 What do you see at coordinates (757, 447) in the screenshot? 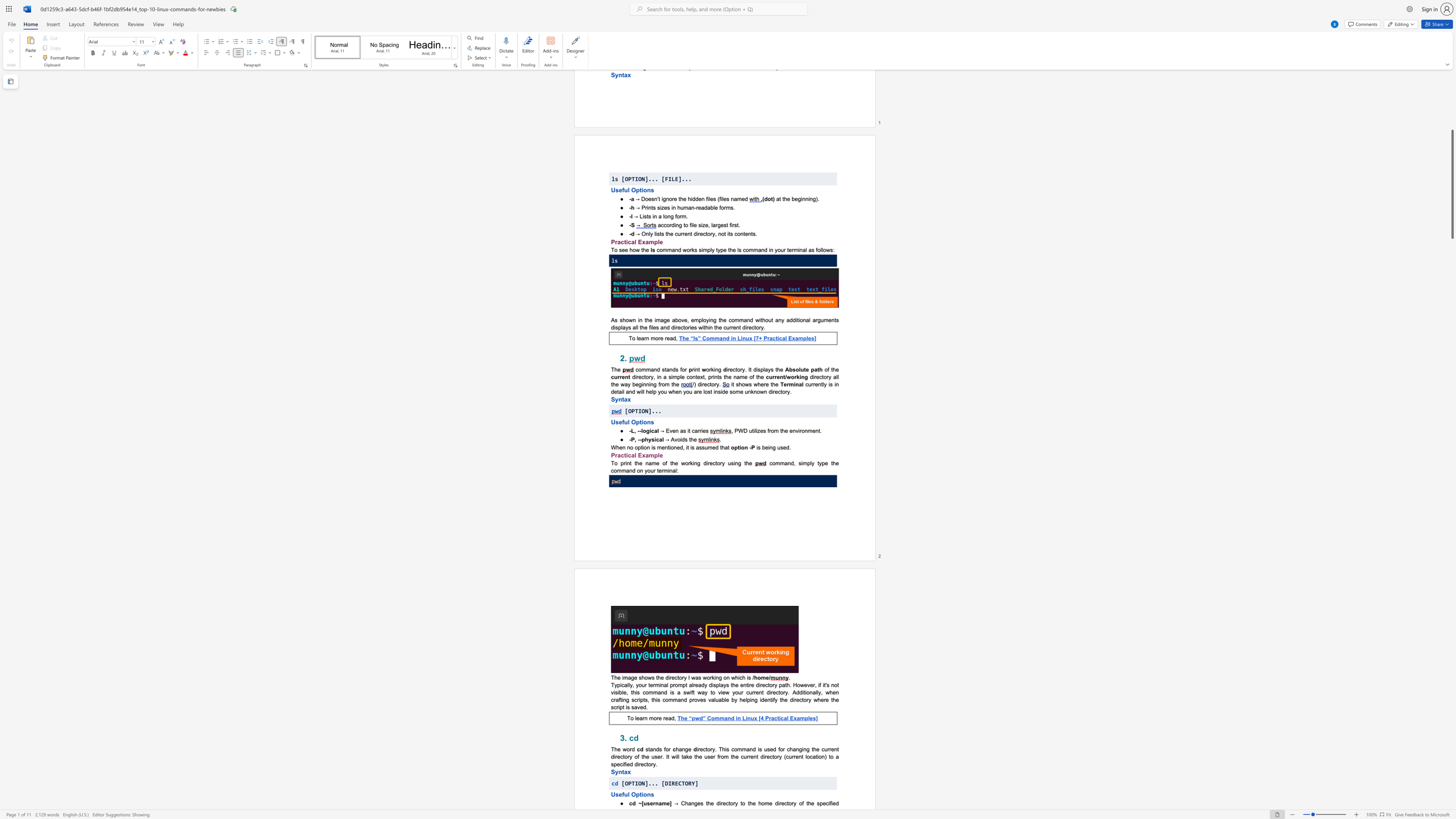
I see `the subset text "s bein" within the text "is being used."` at bounding box center [757, 447].